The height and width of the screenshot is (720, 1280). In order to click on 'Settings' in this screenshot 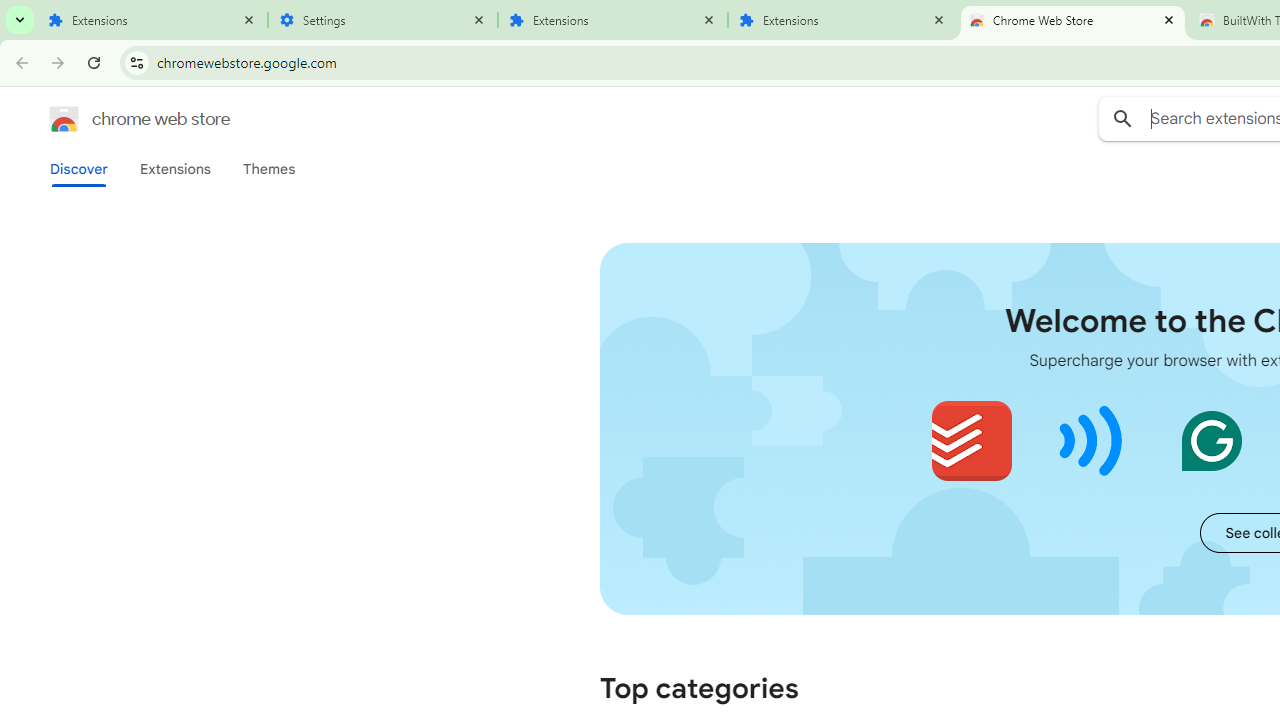, I will do `click(382, 20)`.